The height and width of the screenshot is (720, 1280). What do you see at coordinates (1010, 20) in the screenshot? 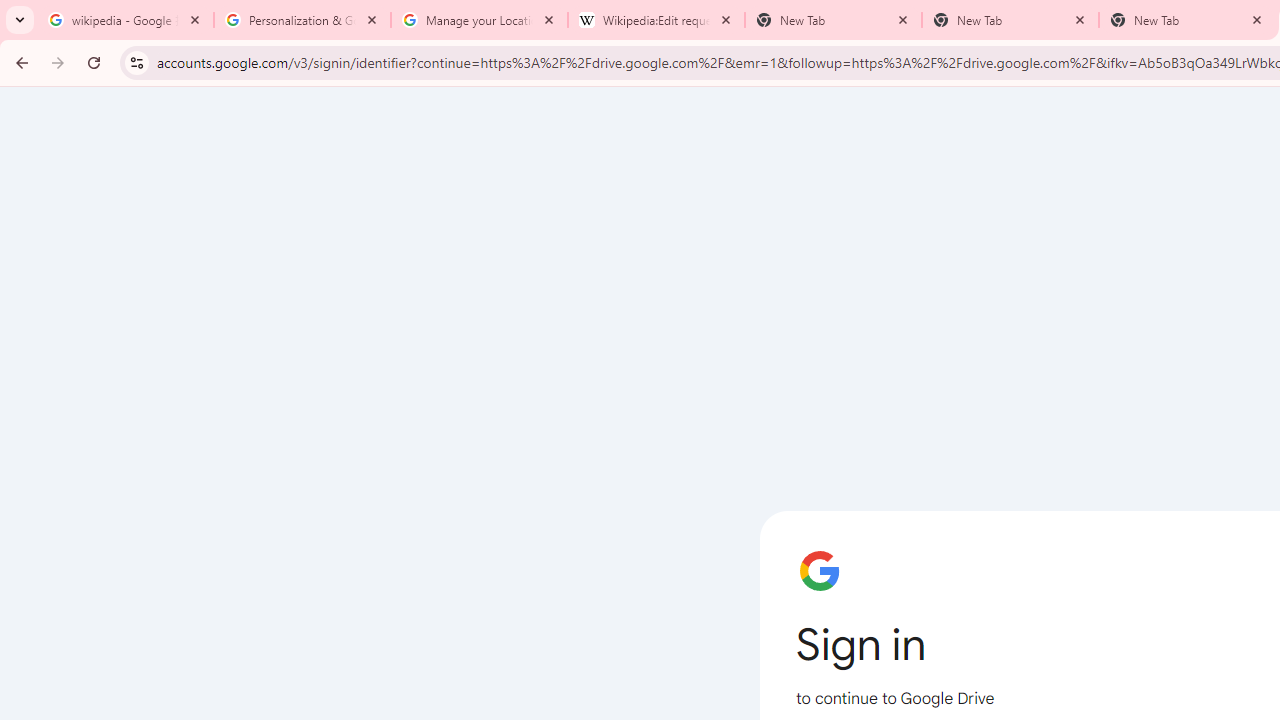
I see `'New Tab'` at bounding box center [1010, 20].